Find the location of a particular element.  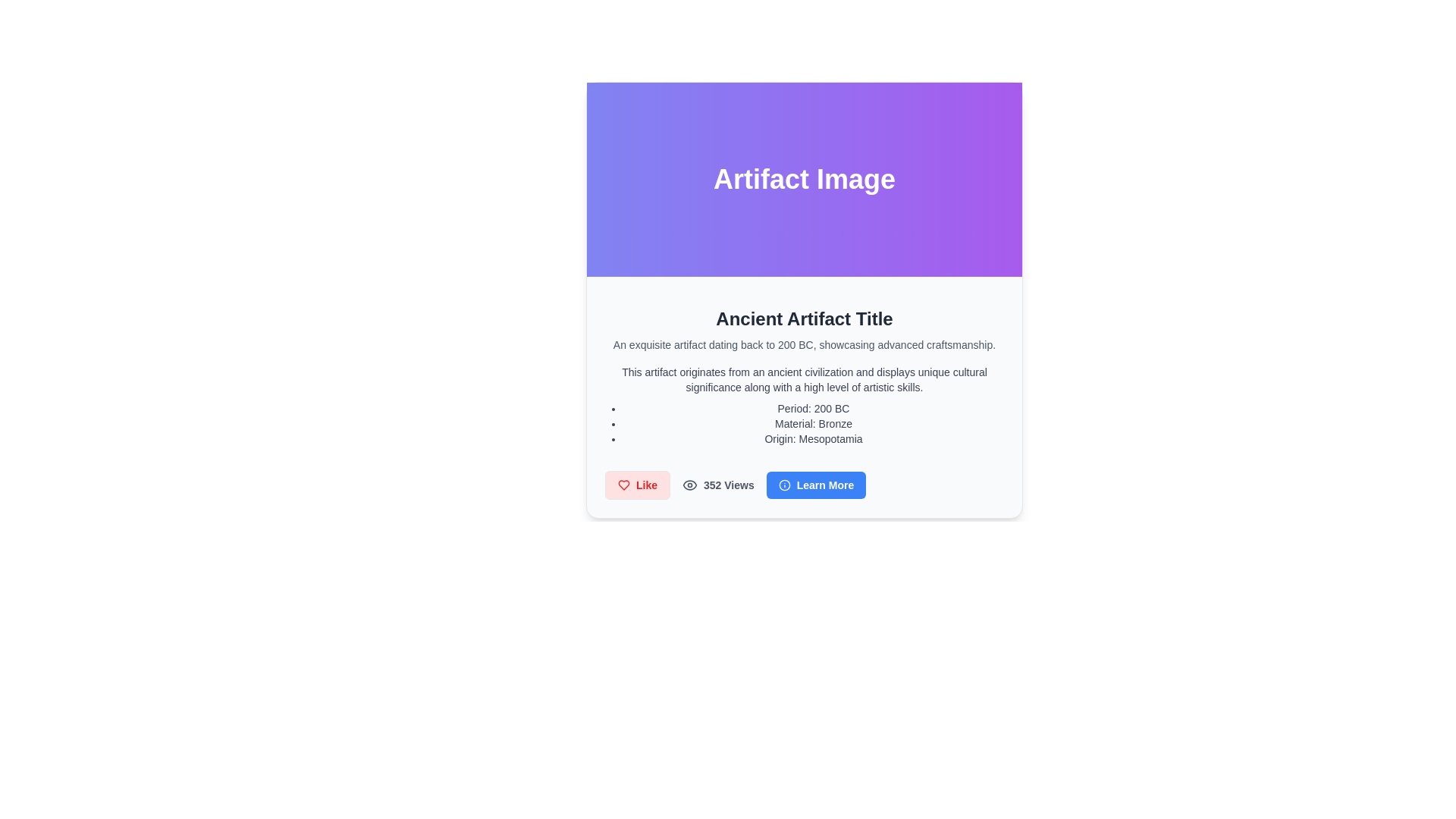

the heart icon representing the 'like' feature is located at coordinates (623, 485).